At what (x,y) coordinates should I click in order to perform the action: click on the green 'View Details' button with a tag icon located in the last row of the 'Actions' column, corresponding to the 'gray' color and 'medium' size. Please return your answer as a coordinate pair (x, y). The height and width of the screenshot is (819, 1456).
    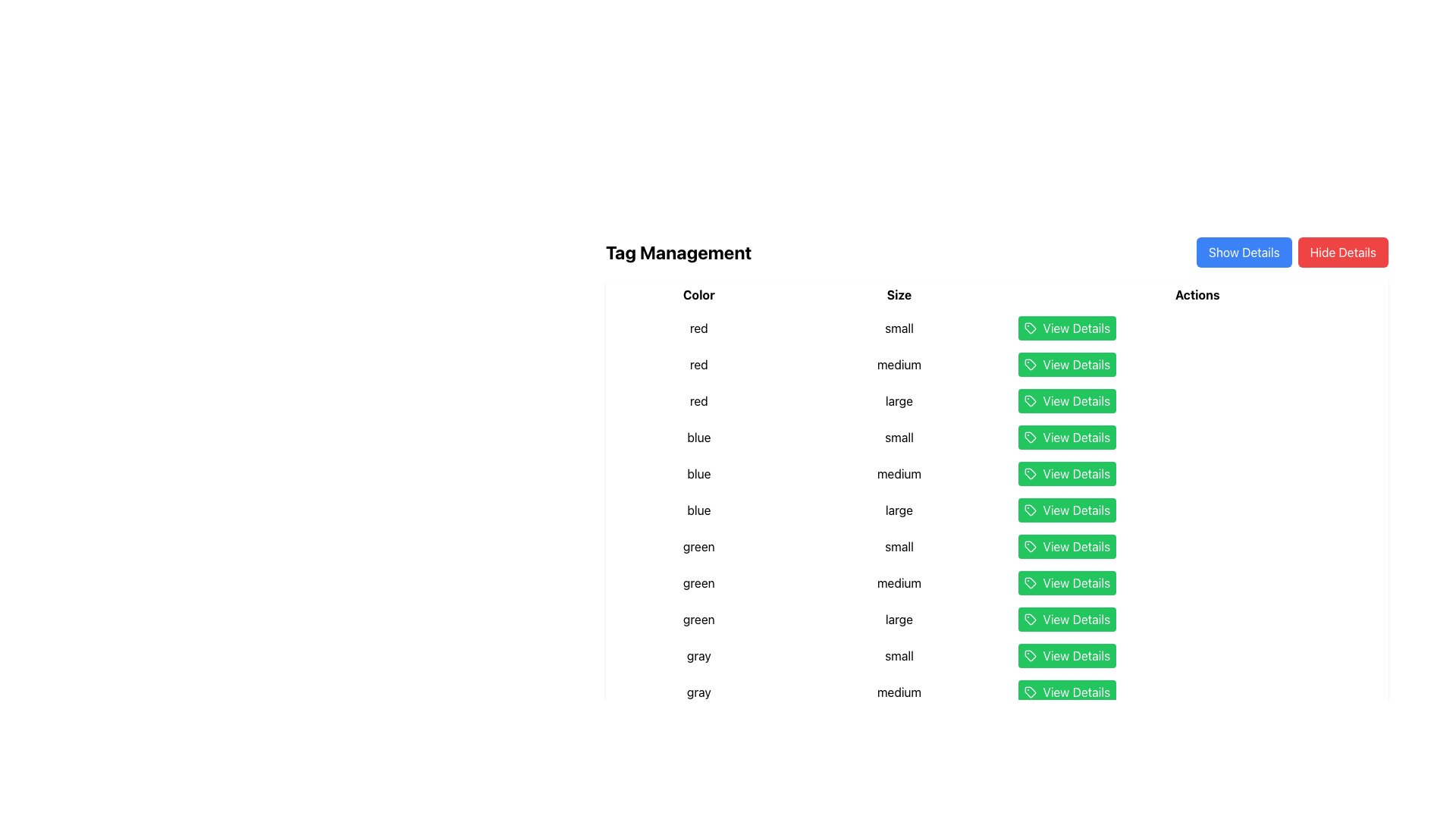
    Looking at the image, I should click on (1066, 692).